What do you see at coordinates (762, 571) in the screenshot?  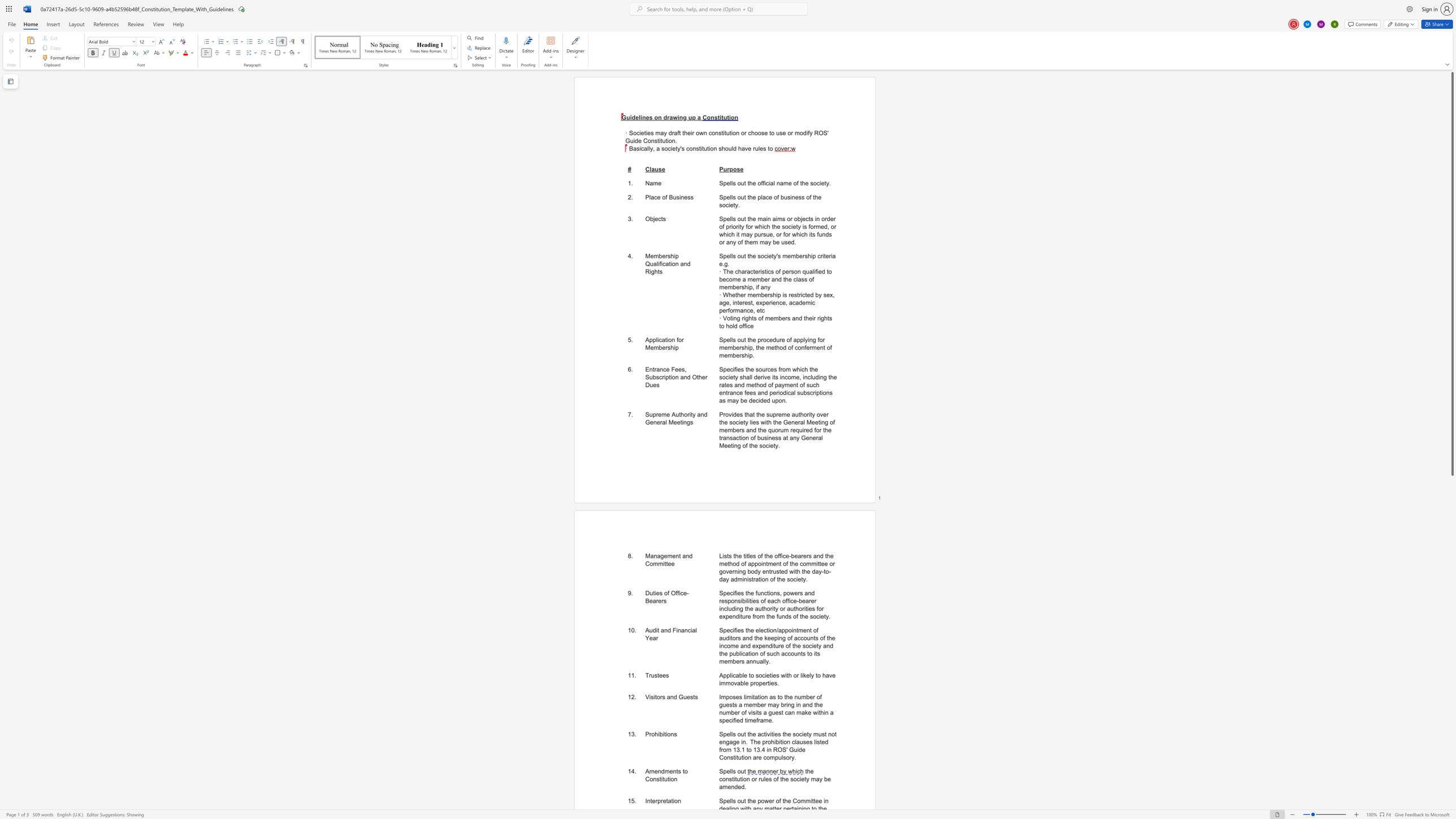 I see `the subset text "entrusted with the day-to-da" within the text "Lists the titles of the office-bearers and the method of appointment of the committee or governing body entrusted with the day-to-day administration of the society."` at bounding box center [762, 571].